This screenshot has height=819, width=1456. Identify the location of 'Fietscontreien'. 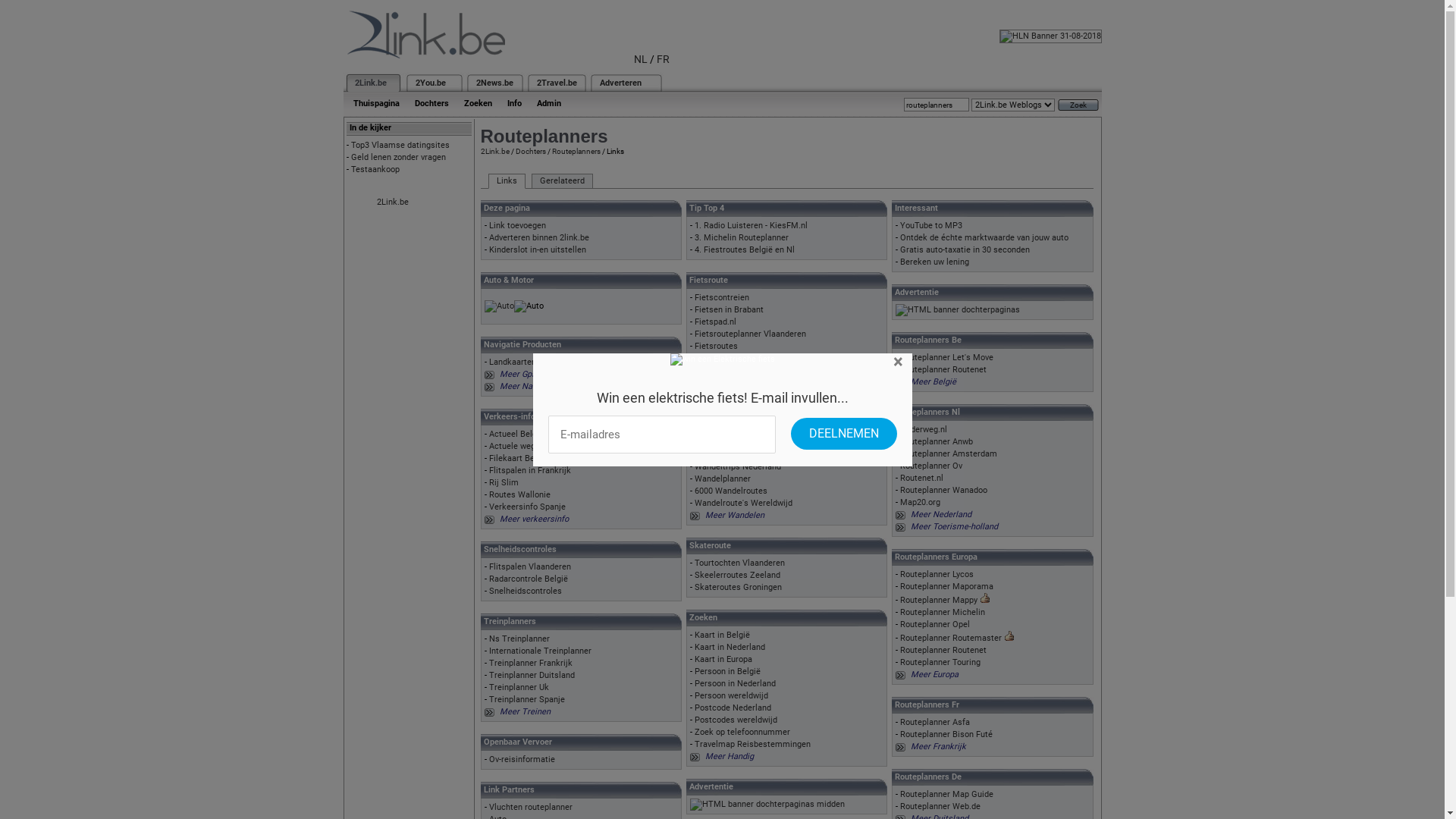
(720, 297).